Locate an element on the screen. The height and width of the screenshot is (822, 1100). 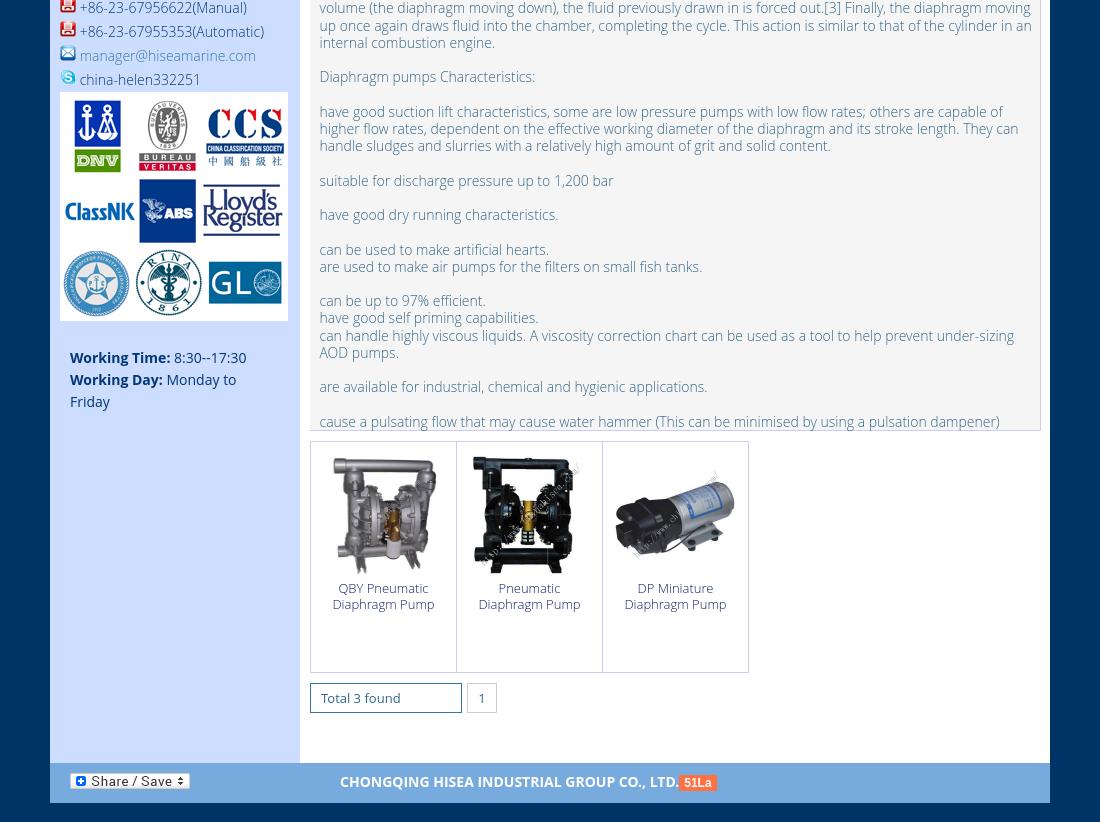
'have good self priming capabilities.' is located at coordinates (427, 317).